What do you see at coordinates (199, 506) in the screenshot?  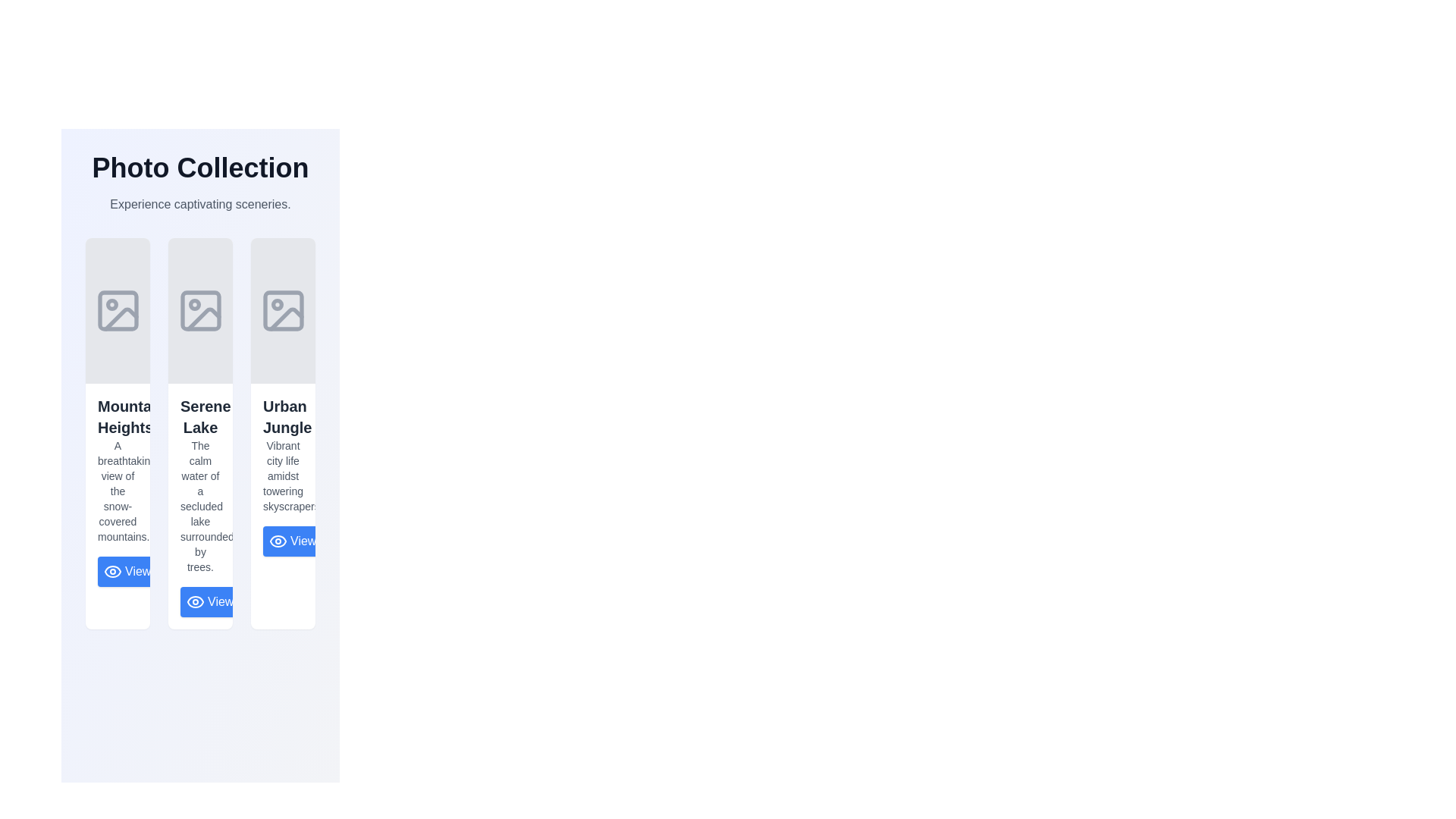 I see `the static text element that provides a detailed description of the 'Serene Lake' card, located in the 'Photo Collection' section, positioned between the title and action buttons` at bounding box center [199, 506].